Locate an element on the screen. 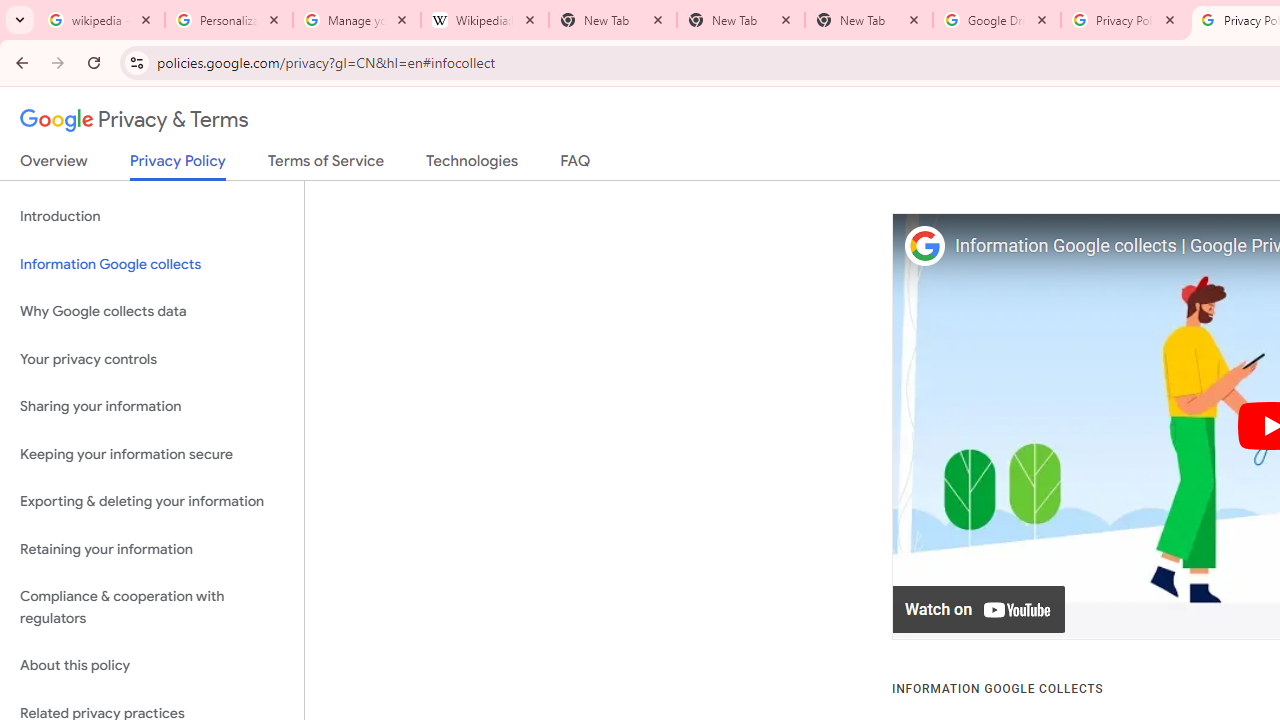 The height and width of the screenshot is (720, 1280). 'Sharing your information' is located at coordinates (151, 406).